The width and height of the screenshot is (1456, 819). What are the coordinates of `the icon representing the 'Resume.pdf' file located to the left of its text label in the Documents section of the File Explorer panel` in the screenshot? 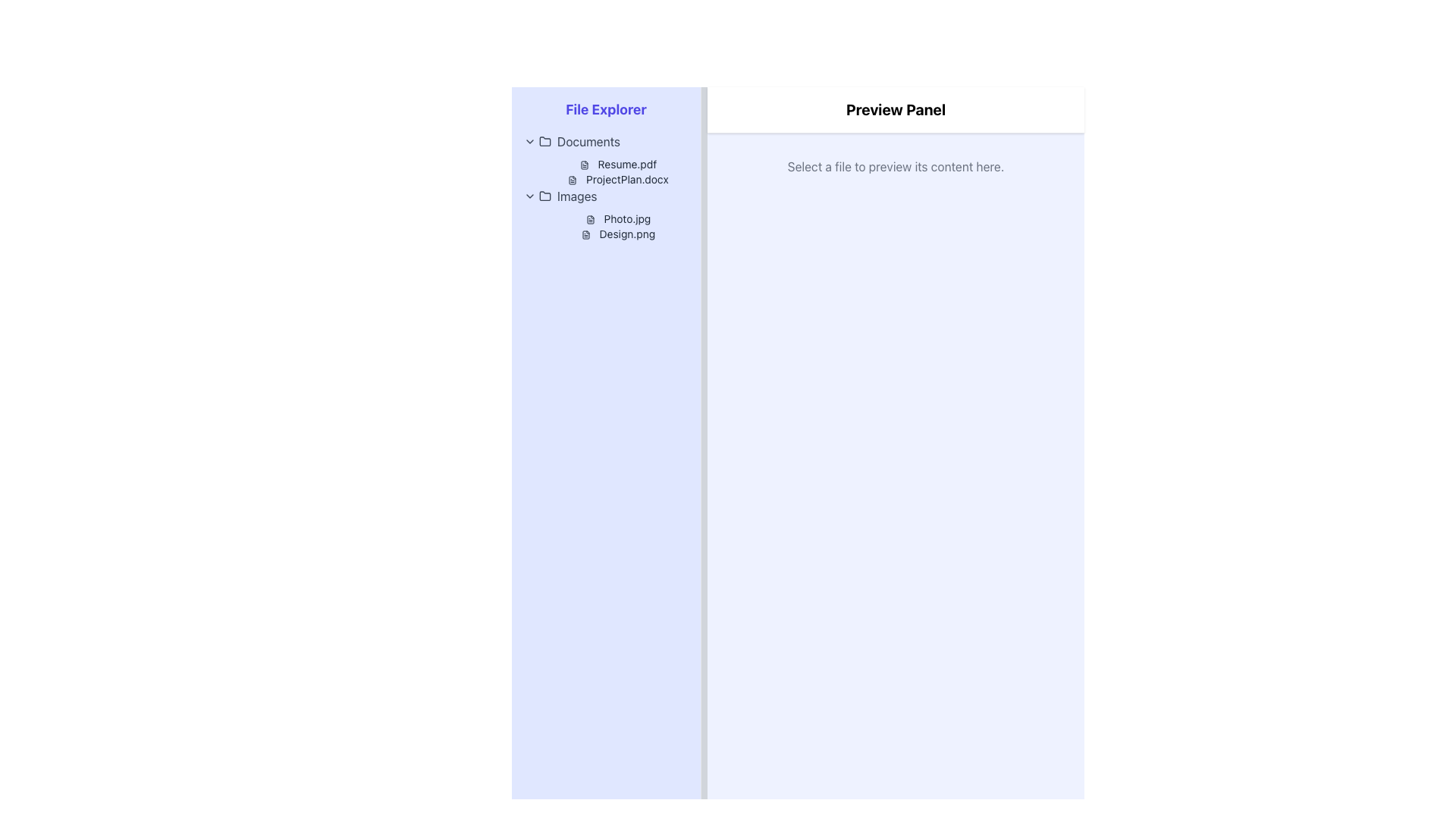 It's located at (583, 165).